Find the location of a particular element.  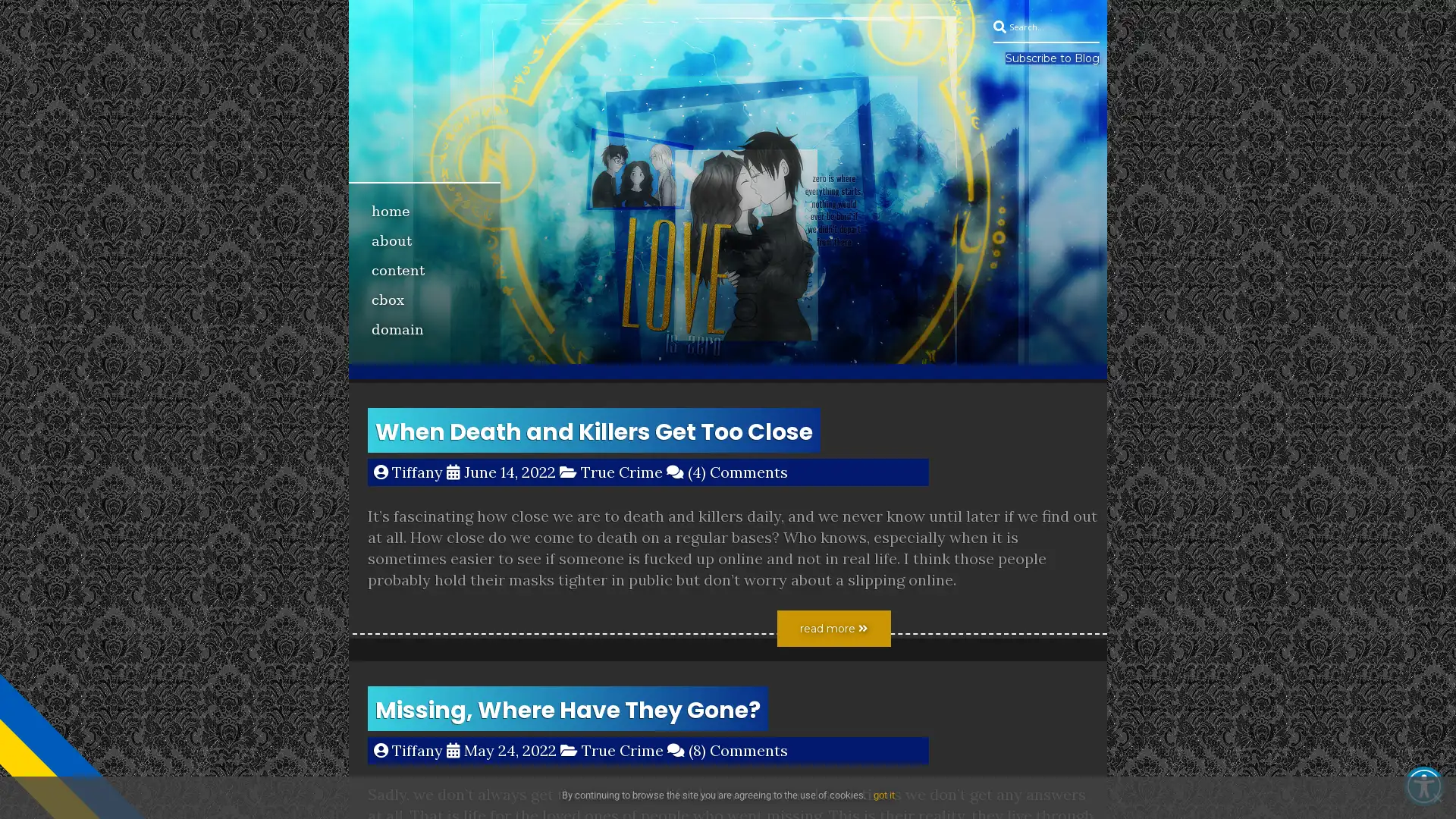

Open Accessibility Toolbar is located at coordinates (1423, 786).